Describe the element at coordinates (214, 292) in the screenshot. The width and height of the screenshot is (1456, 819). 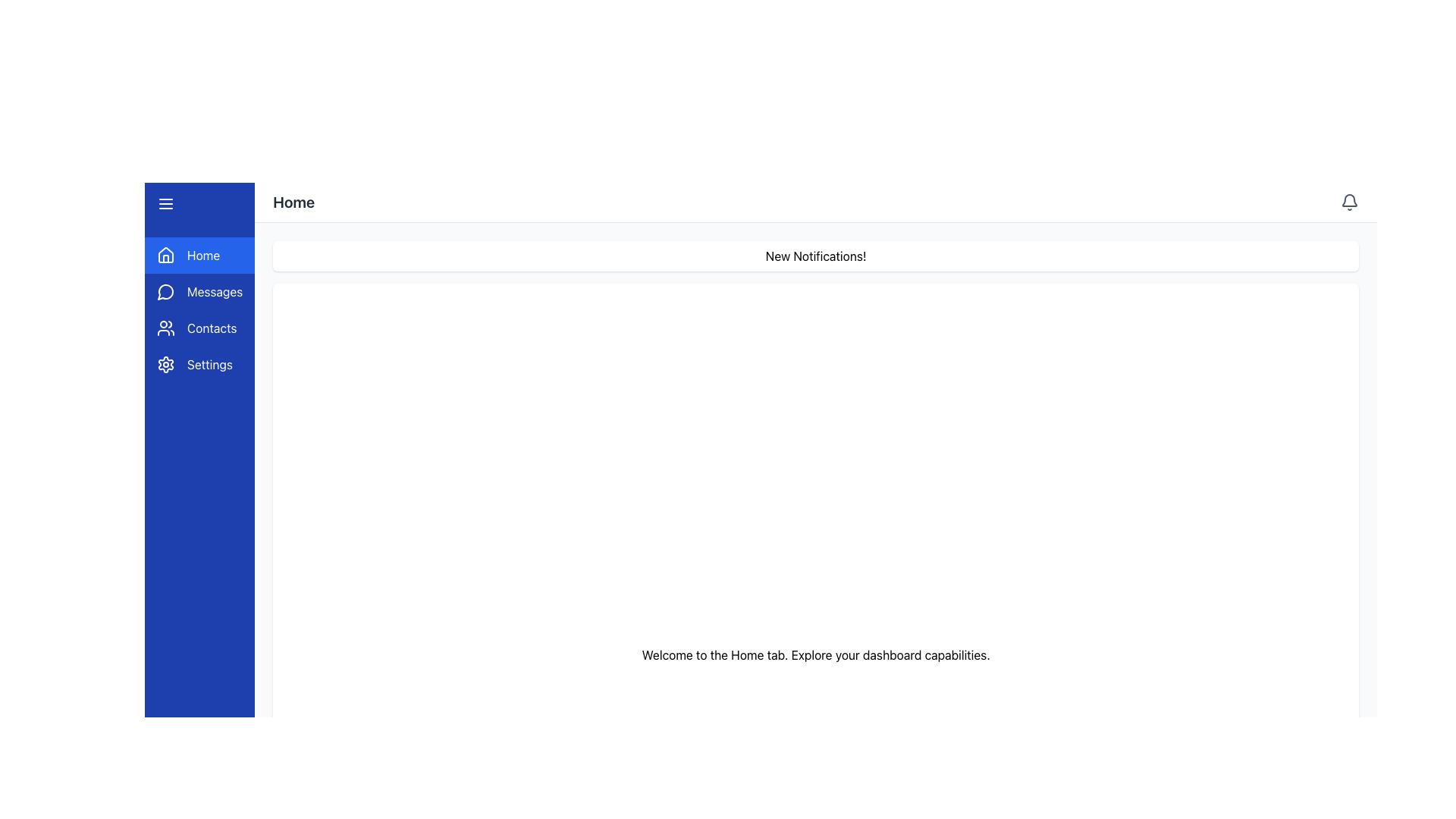
I see `the navigation text label for messages, which is the second item` at that location.